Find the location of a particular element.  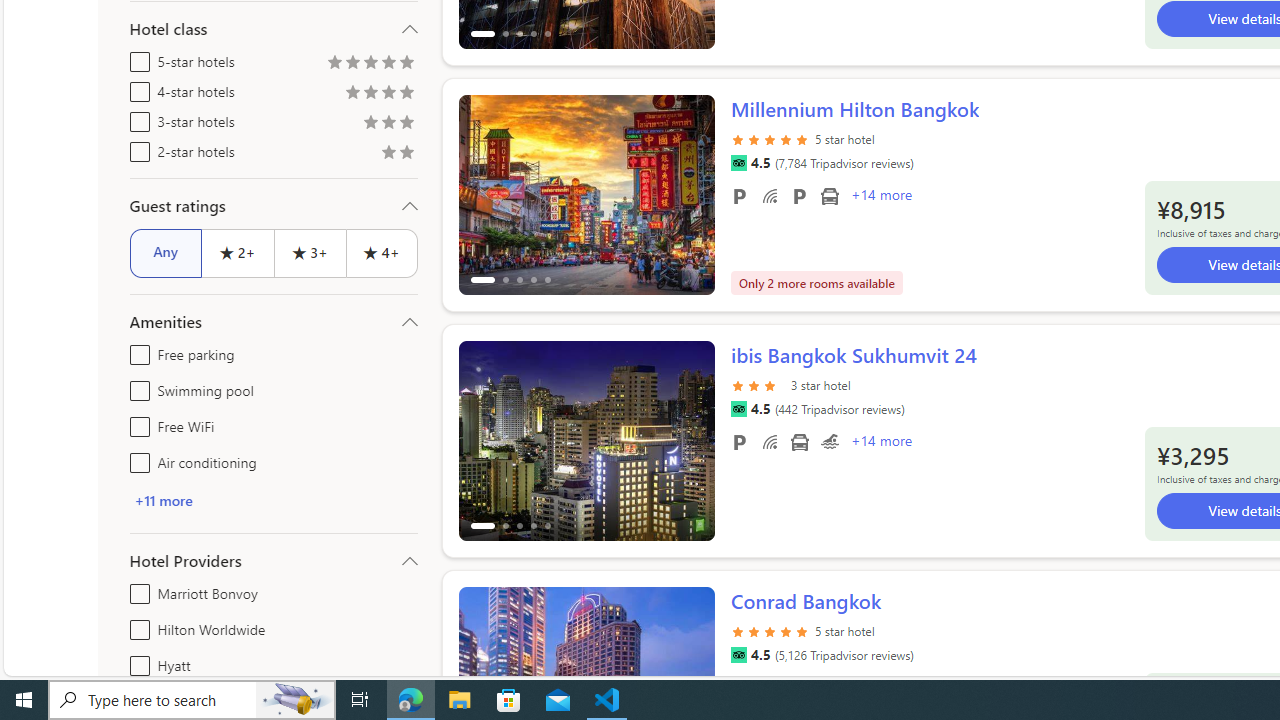

'Hotel Providers' is located at coordinates (272, 560).